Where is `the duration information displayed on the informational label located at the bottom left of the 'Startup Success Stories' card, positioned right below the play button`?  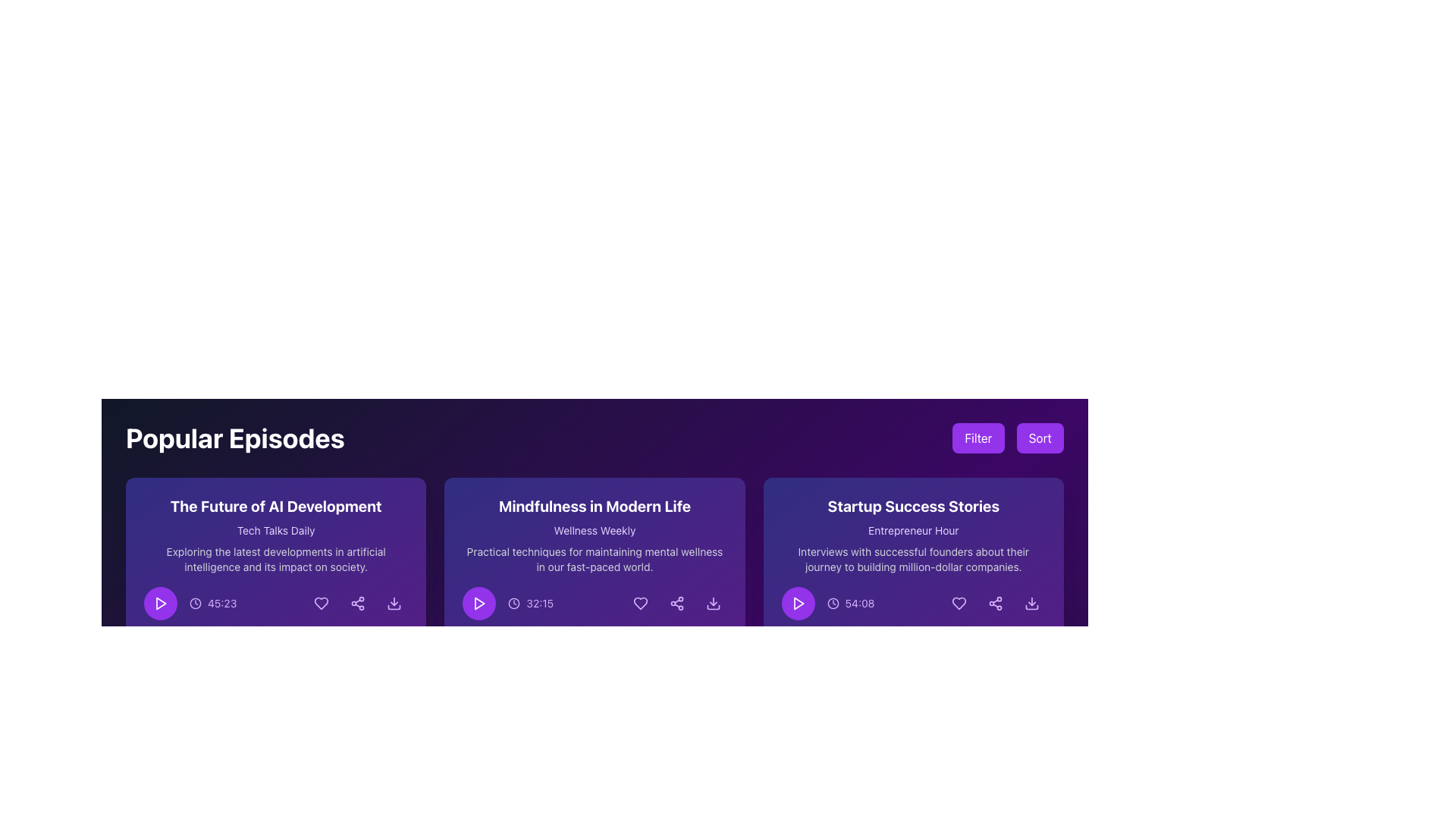 the duration information displayed on the informational label located at the bottom left of the 'Startup Success Stories' card, positioned right below the play button is located at coordinates (827, 602).